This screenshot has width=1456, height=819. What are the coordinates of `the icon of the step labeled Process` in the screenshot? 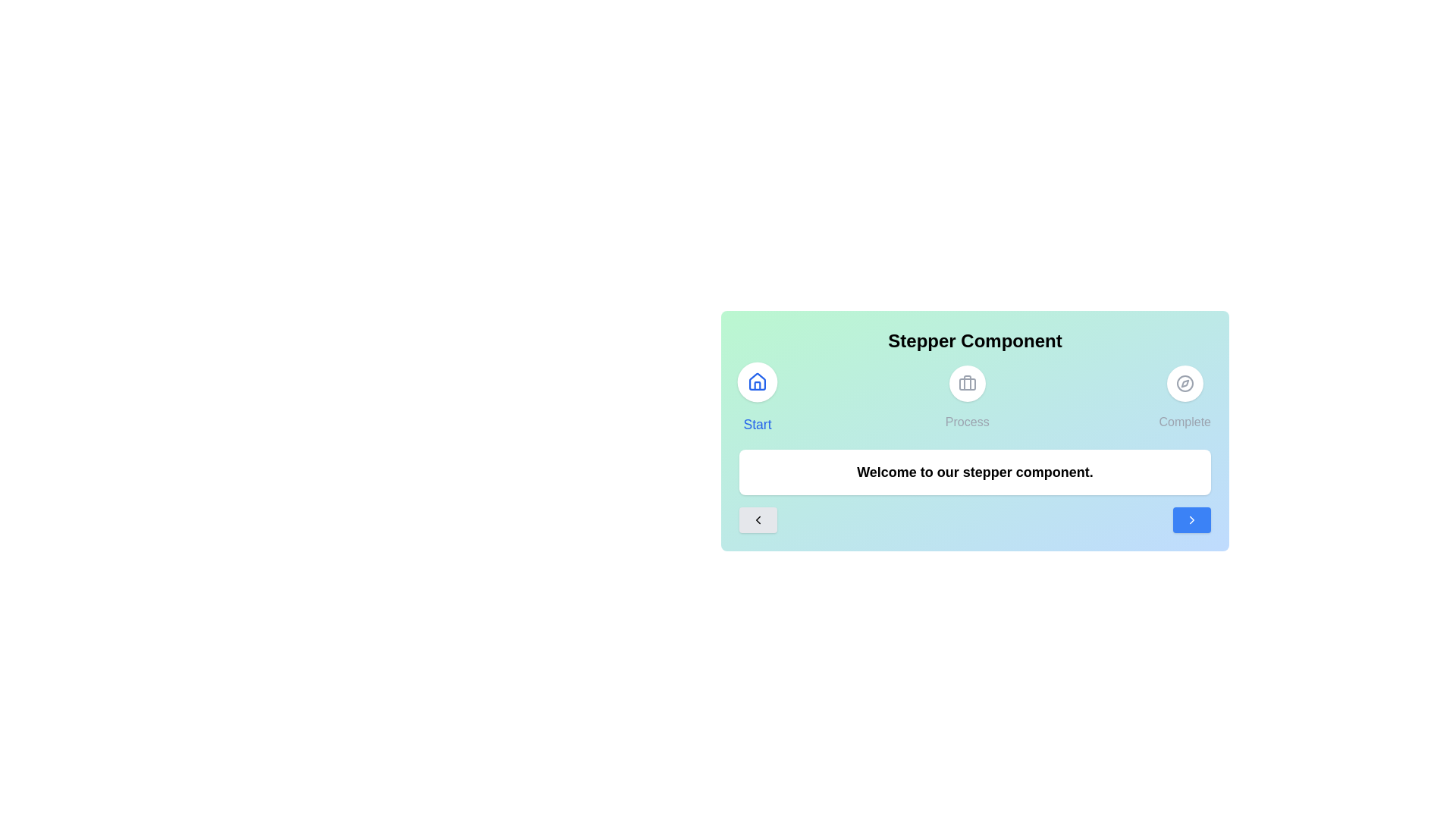 It's located at (966, 382).